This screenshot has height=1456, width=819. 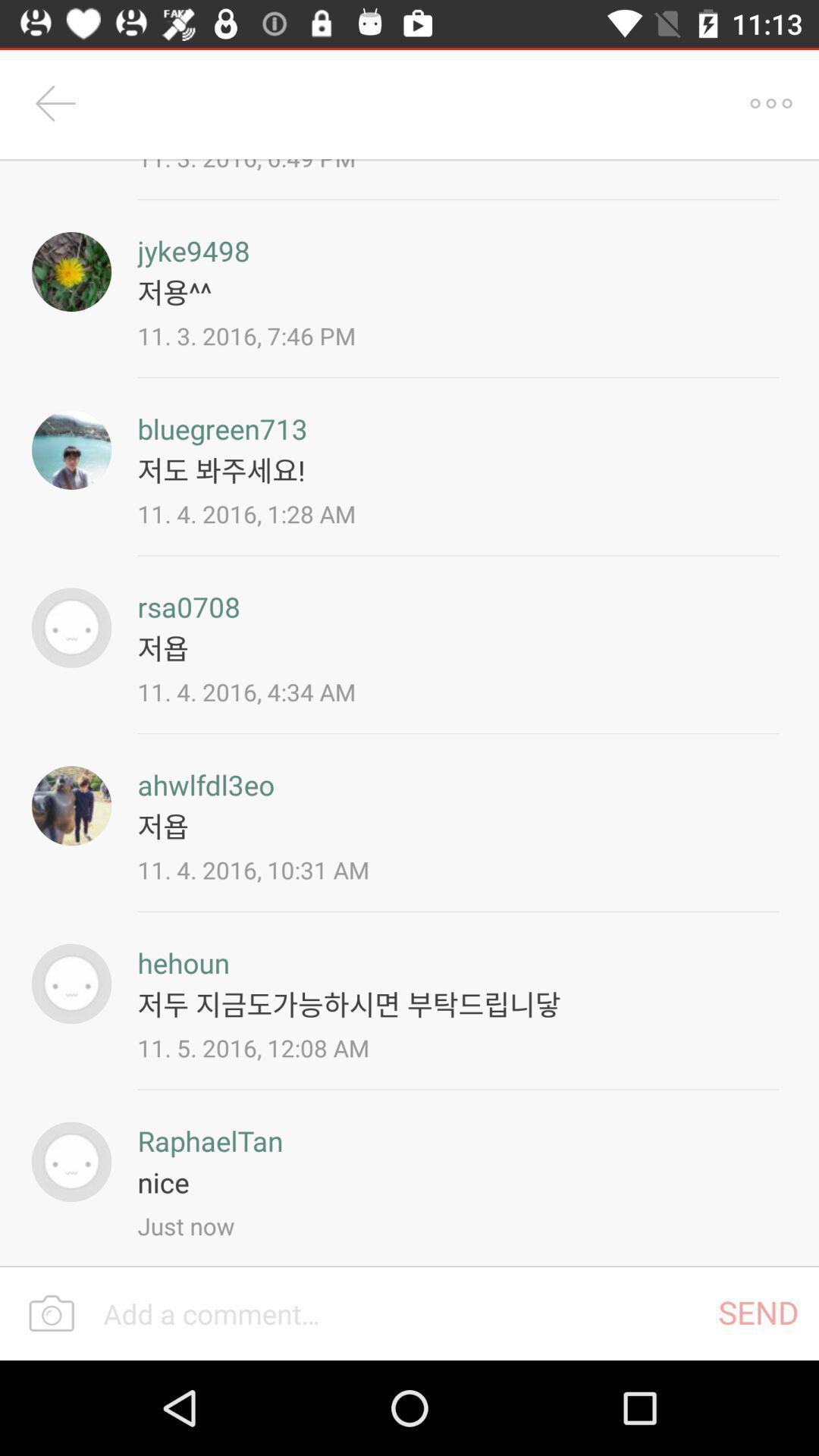 What do you see at coordinates (51, 1313) in the screenshot?
I see `the photo icon` at bounding box center [51, 1313].